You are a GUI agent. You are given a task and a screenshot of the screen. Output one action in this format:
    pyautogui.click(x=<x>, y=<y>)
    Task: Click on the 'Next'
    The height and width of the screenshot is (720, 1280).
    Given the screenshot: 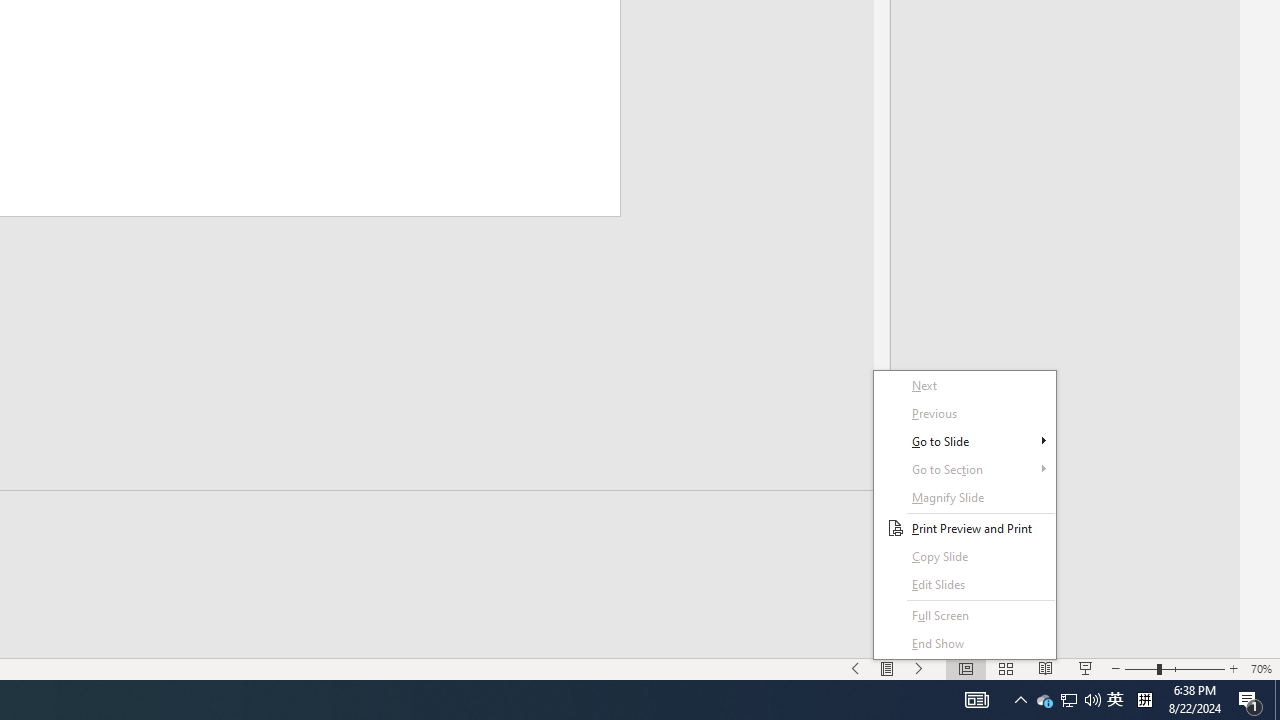 What is the action you would take?
    pyautogui.click(x=965, y=386)
    